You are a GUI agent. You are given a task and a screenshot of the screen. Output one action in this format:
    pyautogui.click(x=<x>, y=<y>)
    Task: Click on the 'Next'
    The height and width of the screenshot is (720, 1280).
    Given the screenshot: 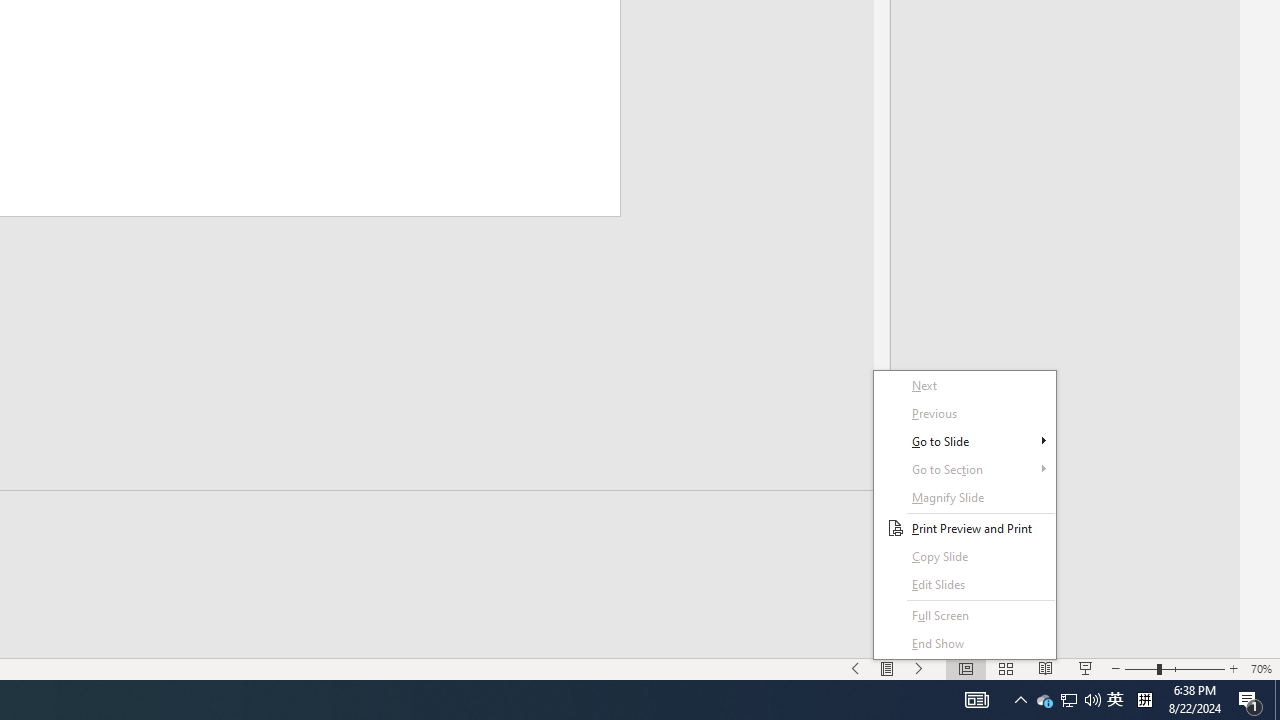 What is the action you would take?
    pyautogui.click(x=965, y=386)
    